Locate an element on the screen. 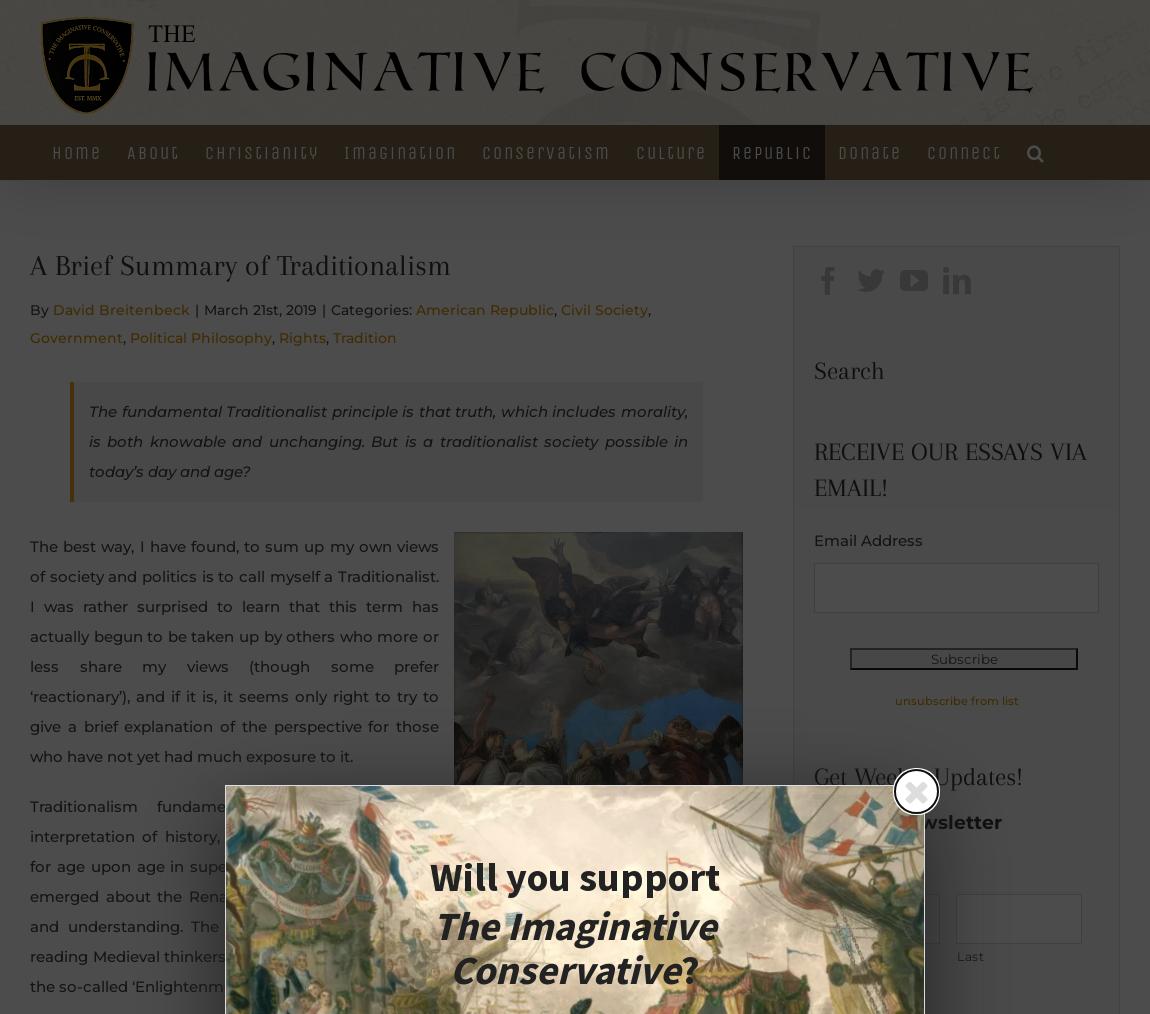 Image resolution: width=1150 pixels, height=1014 pixels. 'Music' is located at coordinates (663, 378).